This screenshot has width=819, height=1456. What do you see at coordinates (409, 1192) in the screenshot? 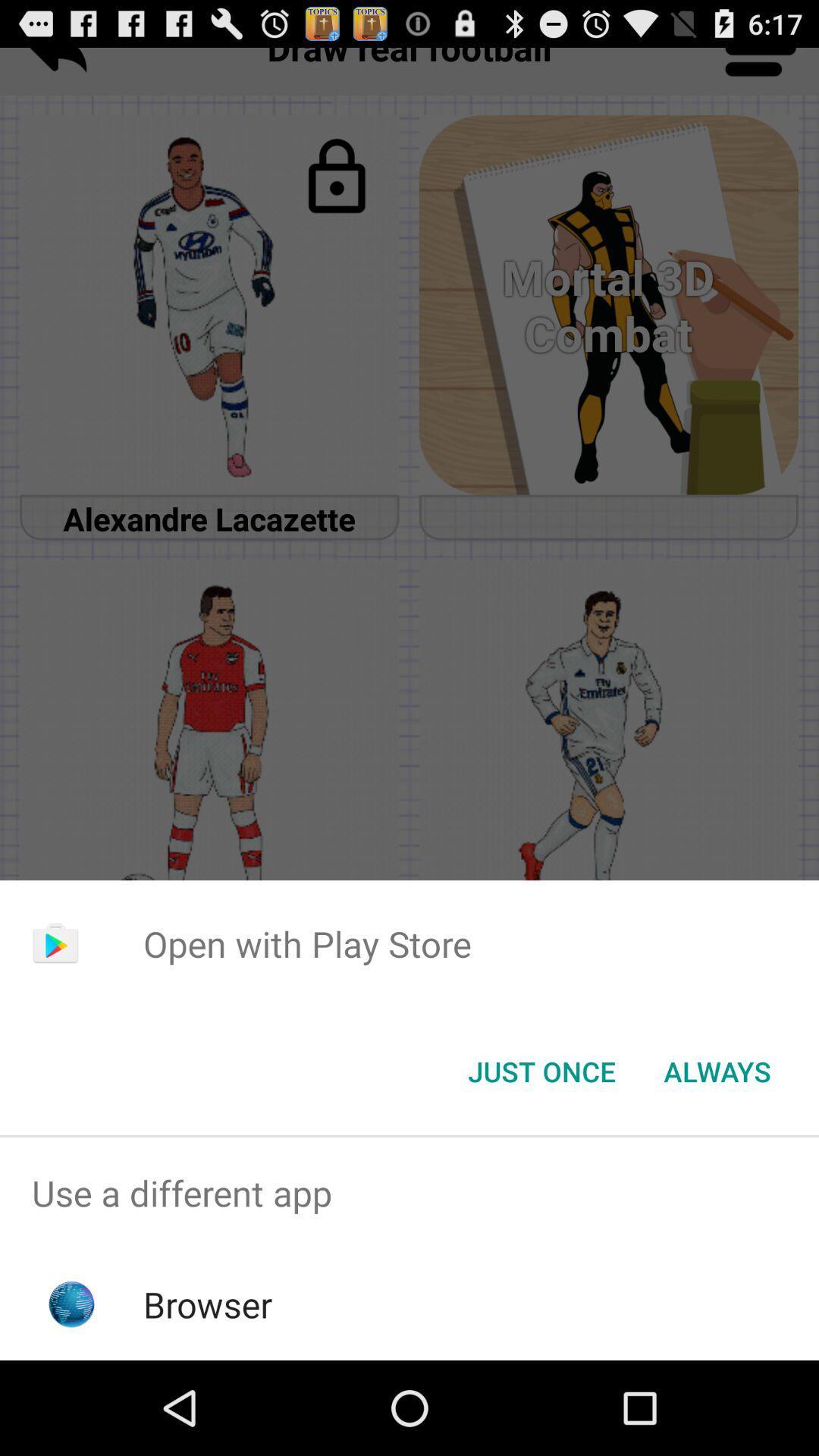
I see `the icon above the browser item` at bounding box center [409, 1192].